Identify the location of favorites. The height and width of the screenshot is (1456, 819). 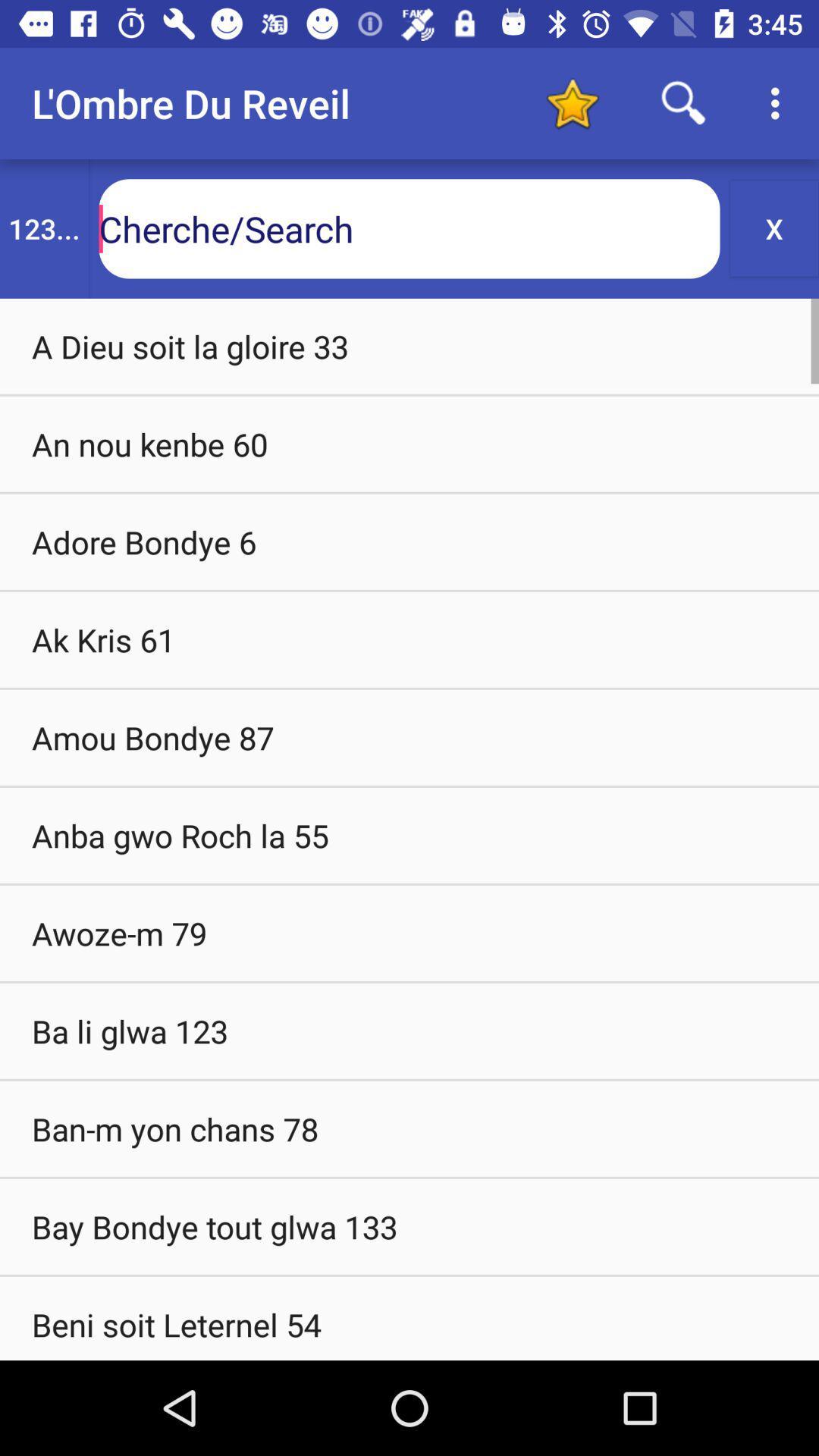
(572, 102).